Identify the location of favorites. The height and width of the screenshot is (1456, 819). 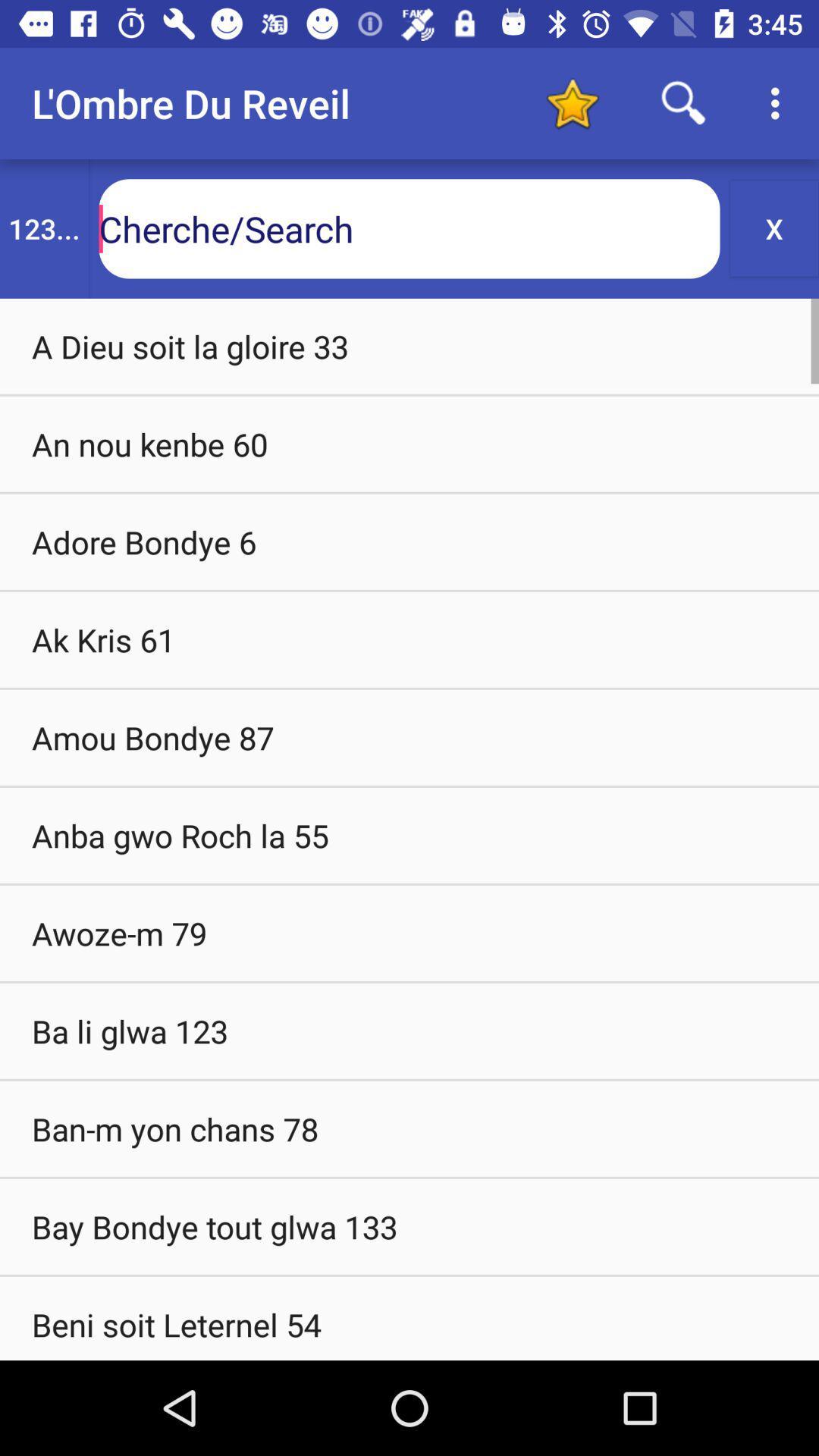
(572, 102).